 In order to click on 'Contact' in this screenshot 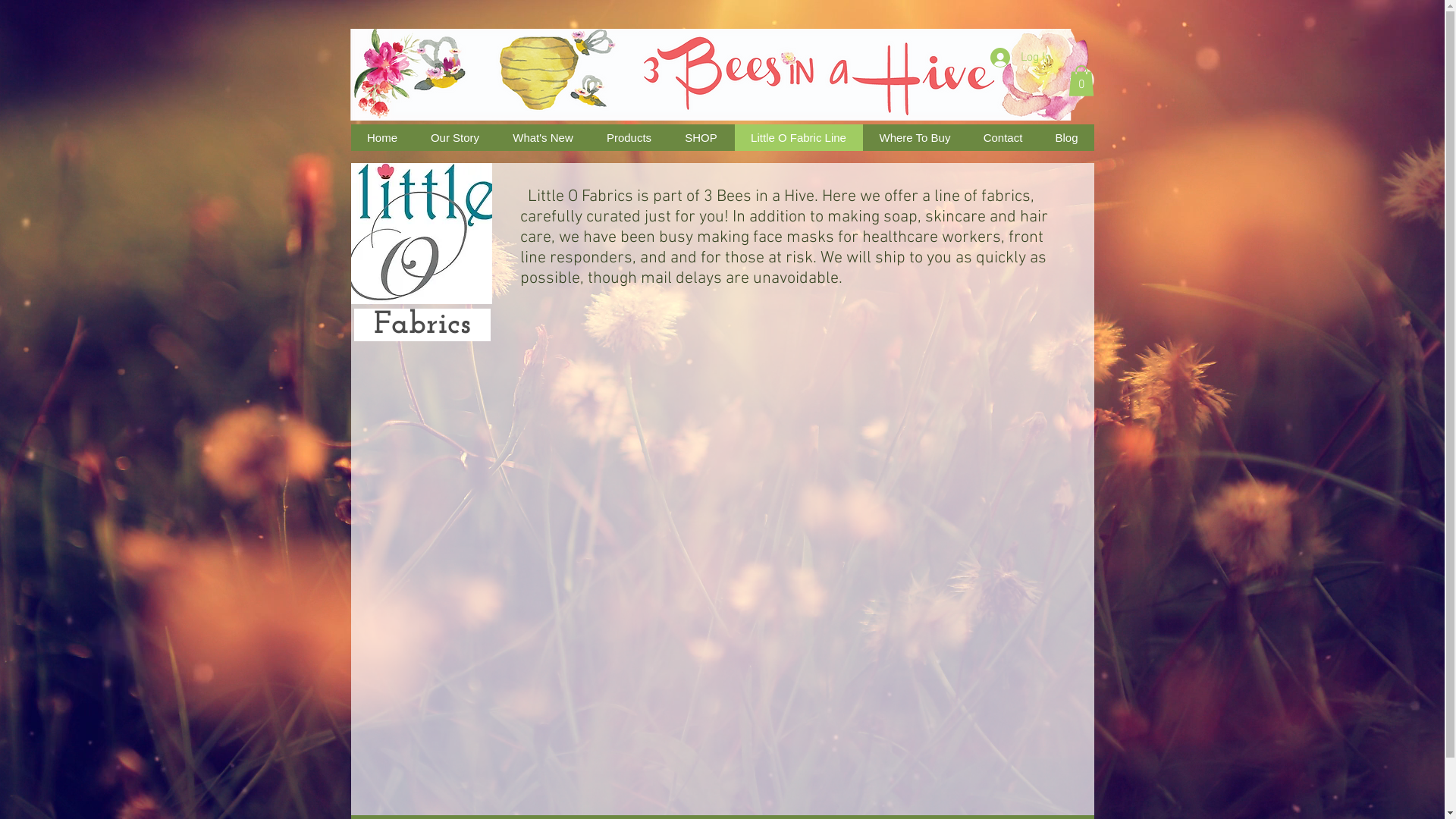, I will do `click(965, 137)`.